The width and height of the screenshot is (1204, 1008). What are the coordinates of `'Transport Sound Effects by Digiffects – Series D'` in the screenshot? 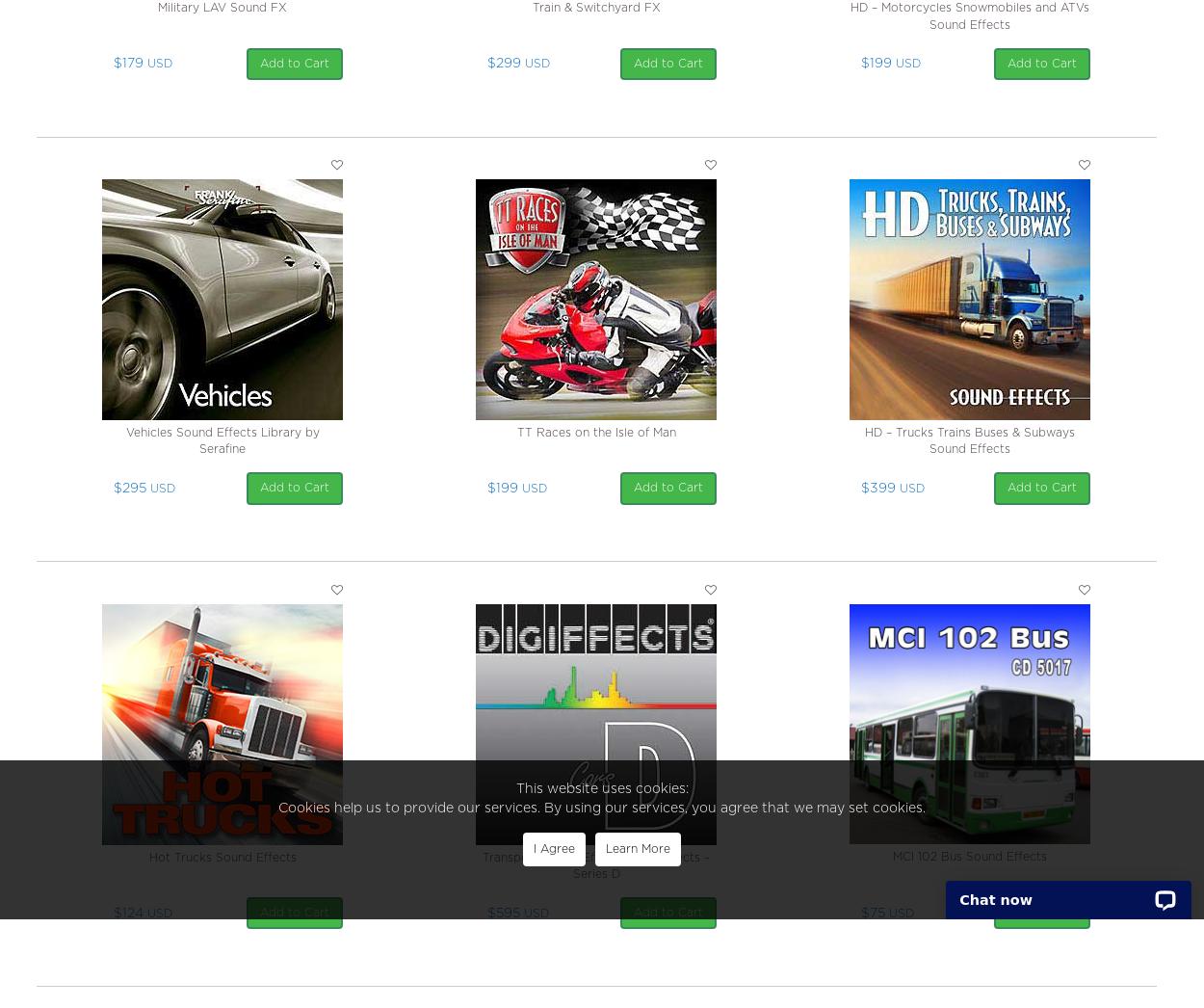 It's located at (595, 864).